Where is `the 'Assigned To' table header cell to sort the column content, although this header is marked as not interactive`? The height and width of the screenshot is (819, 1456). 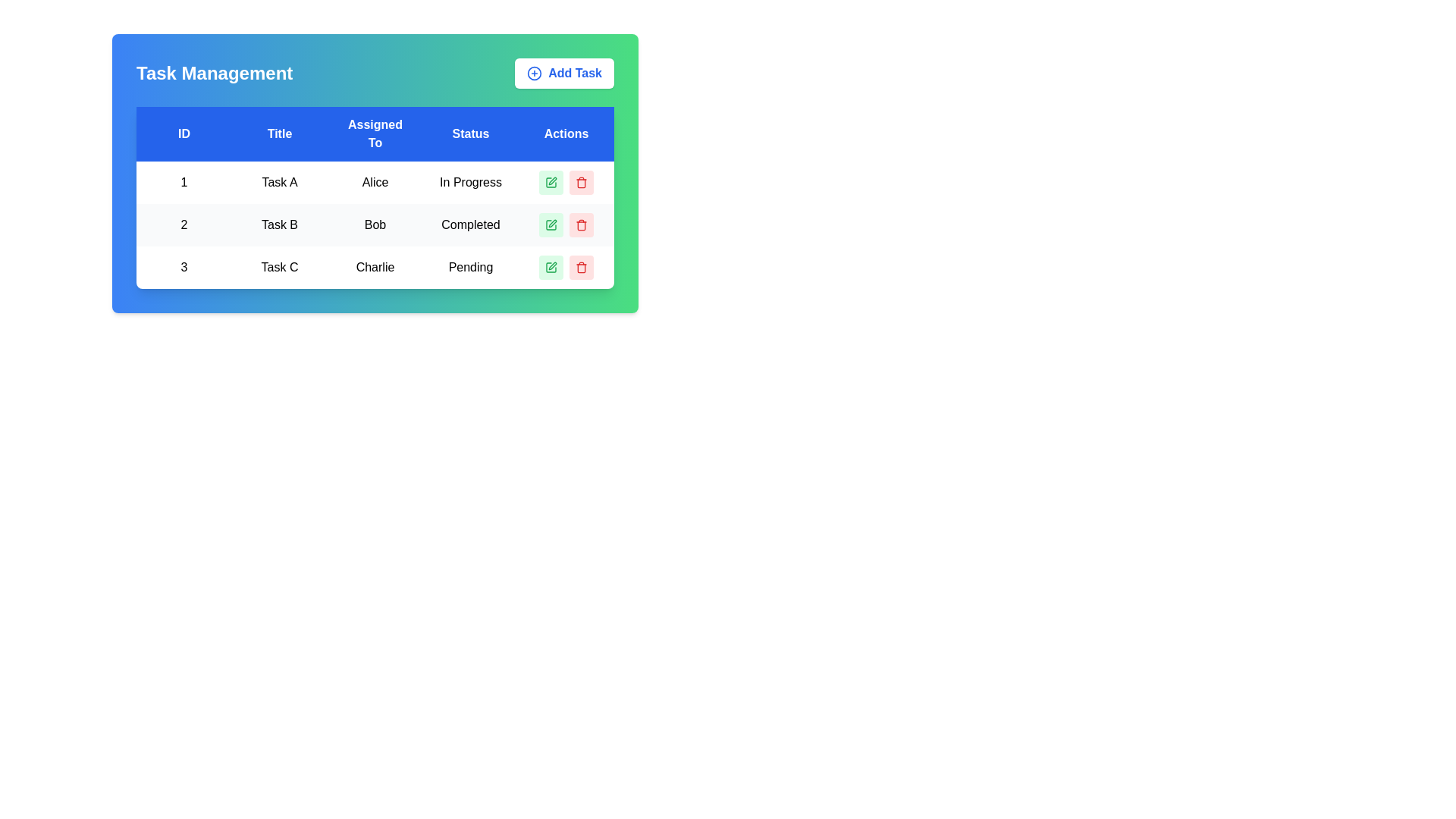 the 'Assigned To' table header cell to sort the column content, although this header is marked as not interactive is located at coordinates (375, 133).